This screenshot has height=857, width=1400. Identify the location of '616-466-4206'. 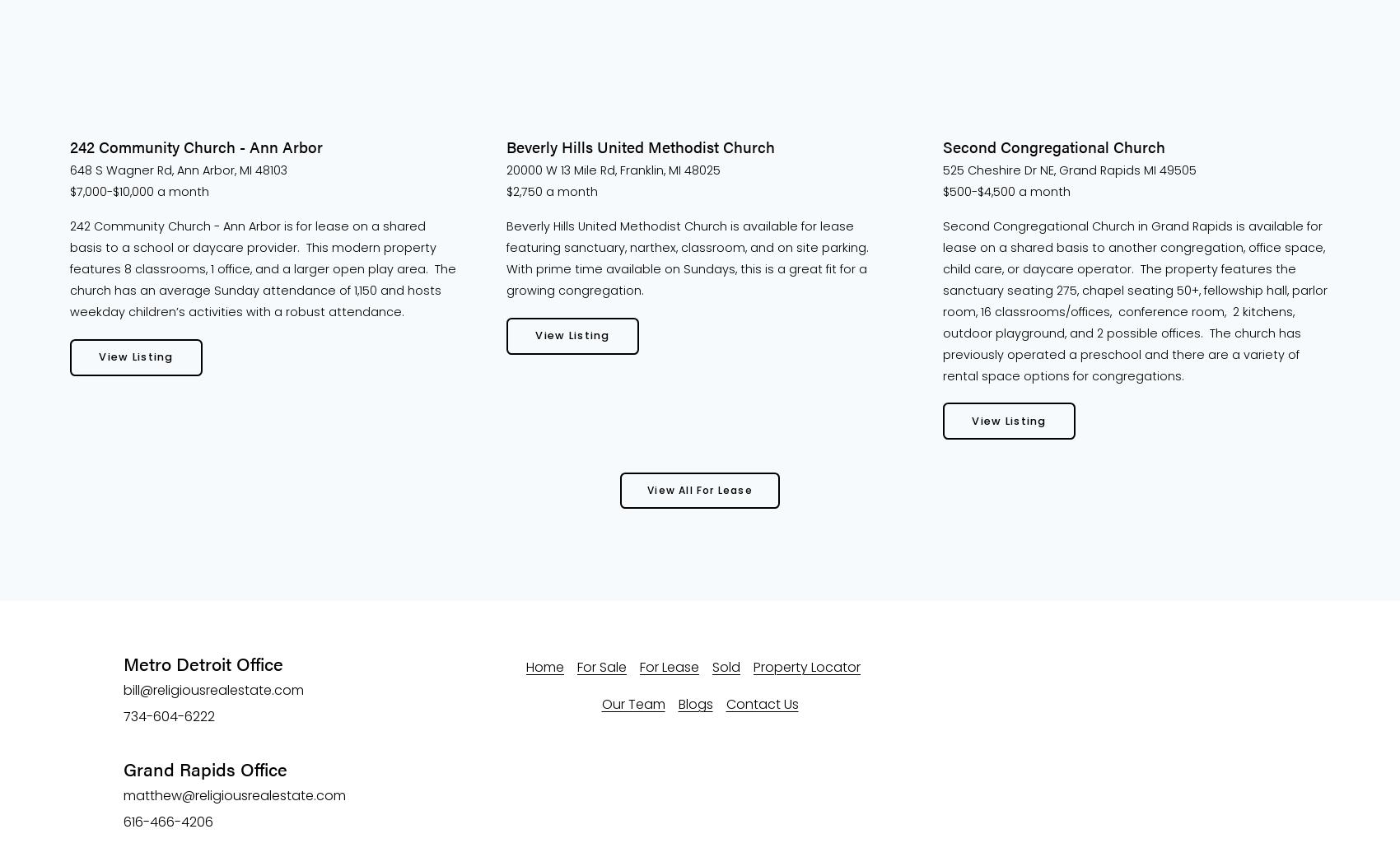
(122, 821).